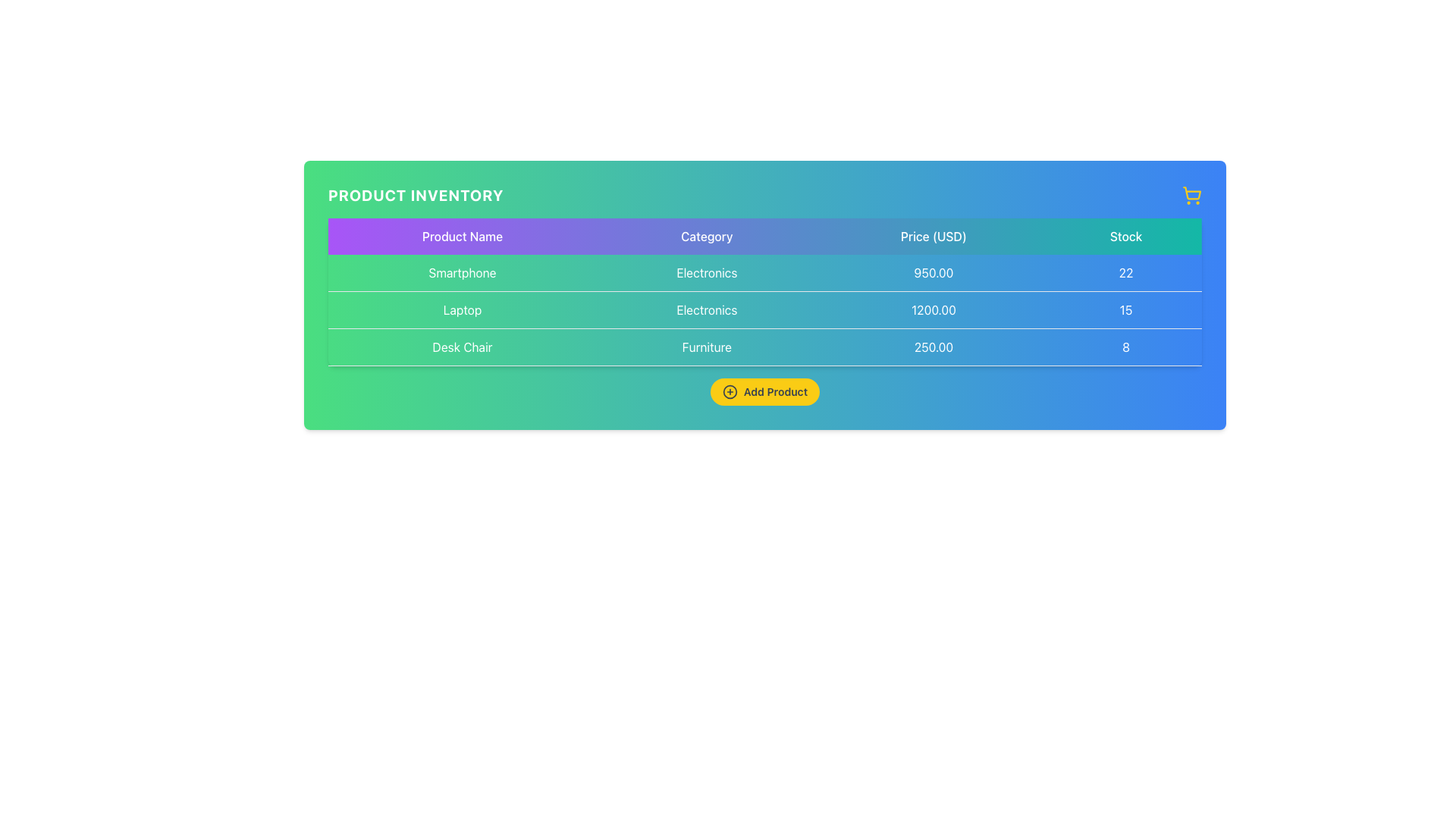 This screenshot has width=1456, height=819. What do you see at coordinates (764, 347) in the screenshot?
I see `the third row in the product table displaying information for 'Desk Chair'` at bounding box center [764, 347].